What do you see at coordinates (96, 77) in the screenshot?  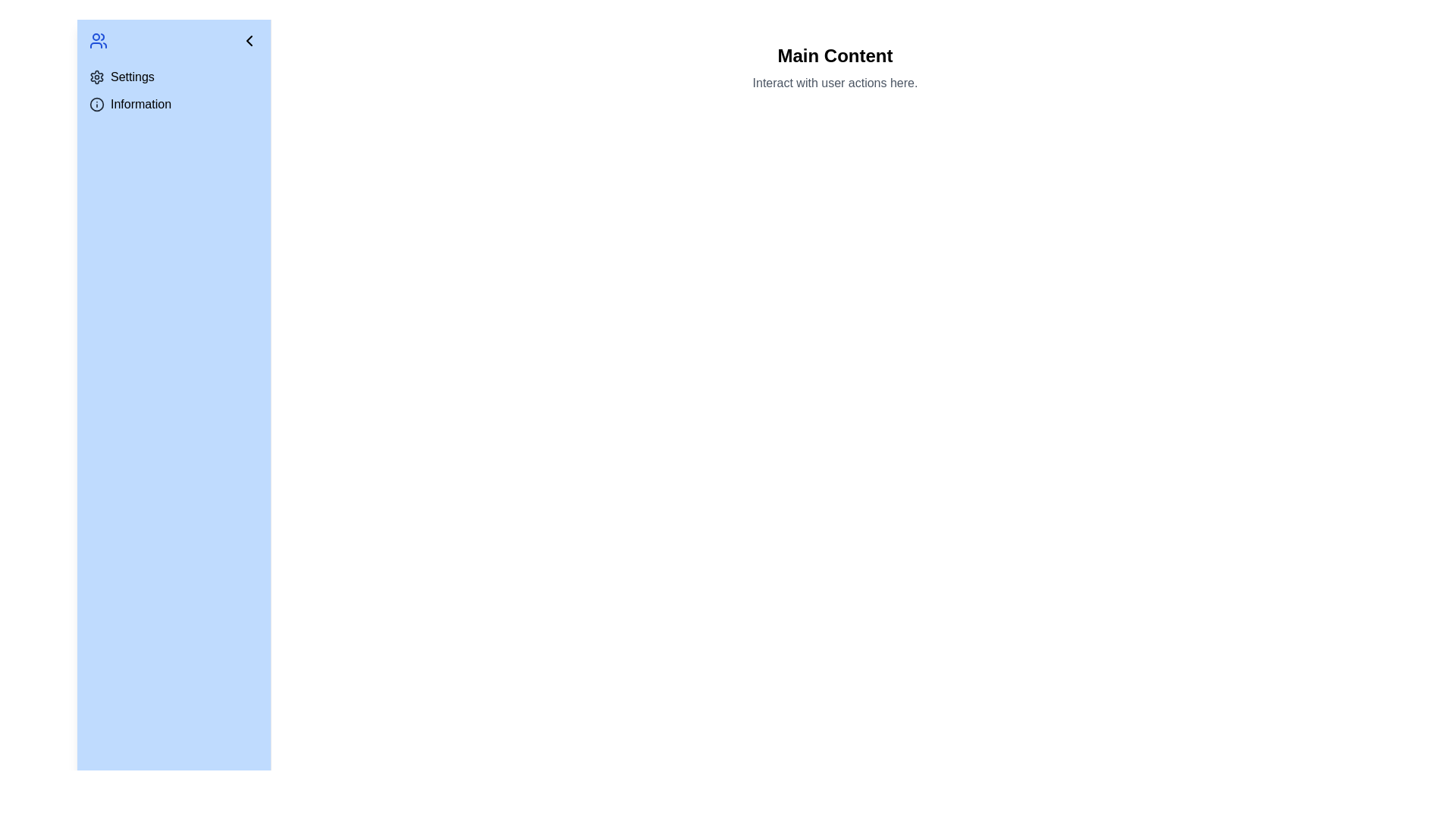 I see `the settings icon, which is represented visually and is located at the start of the 'Settings' text item in the vertical navigation menu` at bounding box center [96, 77].